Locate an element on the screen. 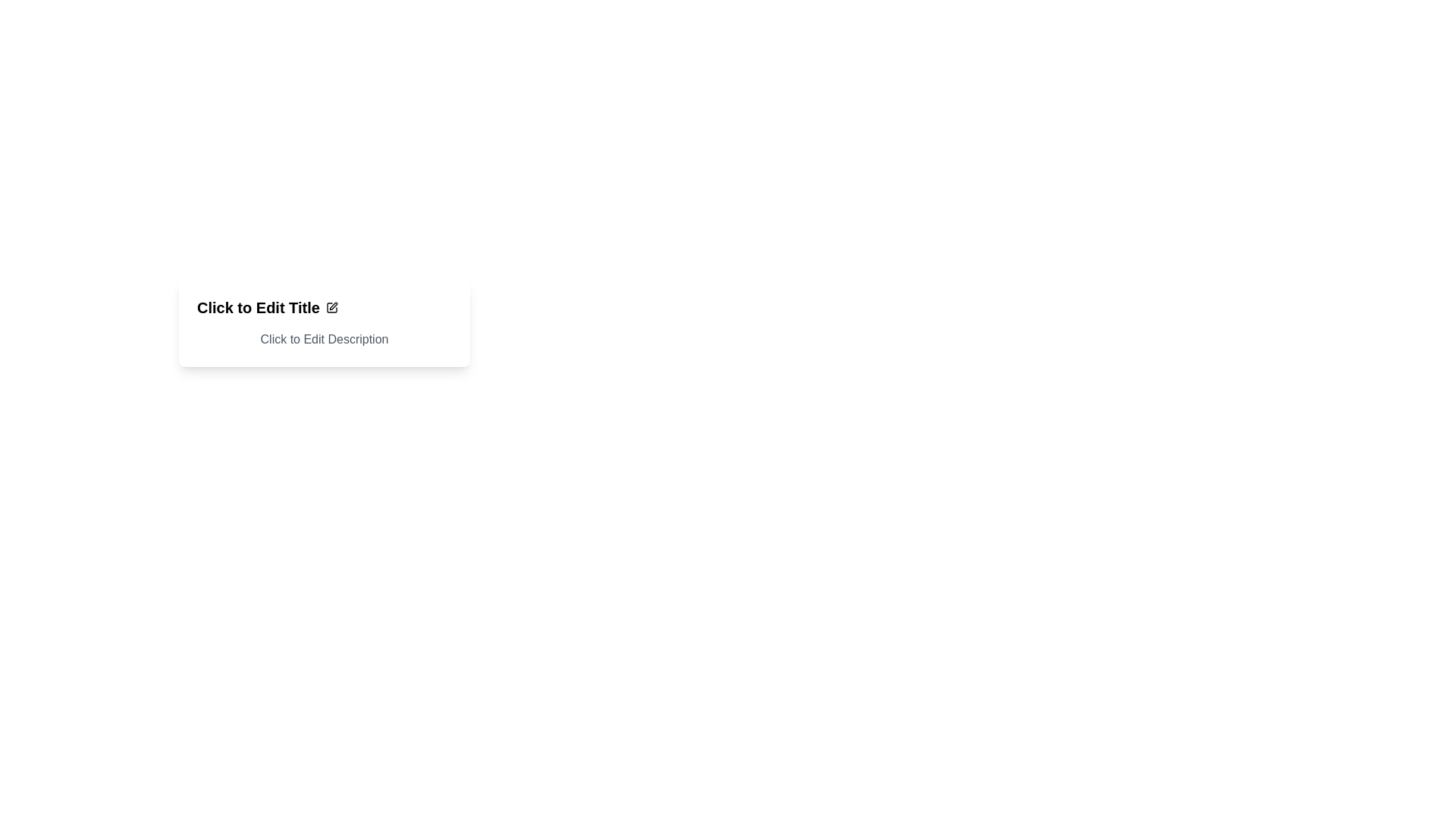 This screenshot has width=1456, height=819. the edit icon, styled as a square with a pen overlay, located immediately to the right of the 'Click to Edit Title' text is located at coordinates (331, 307).